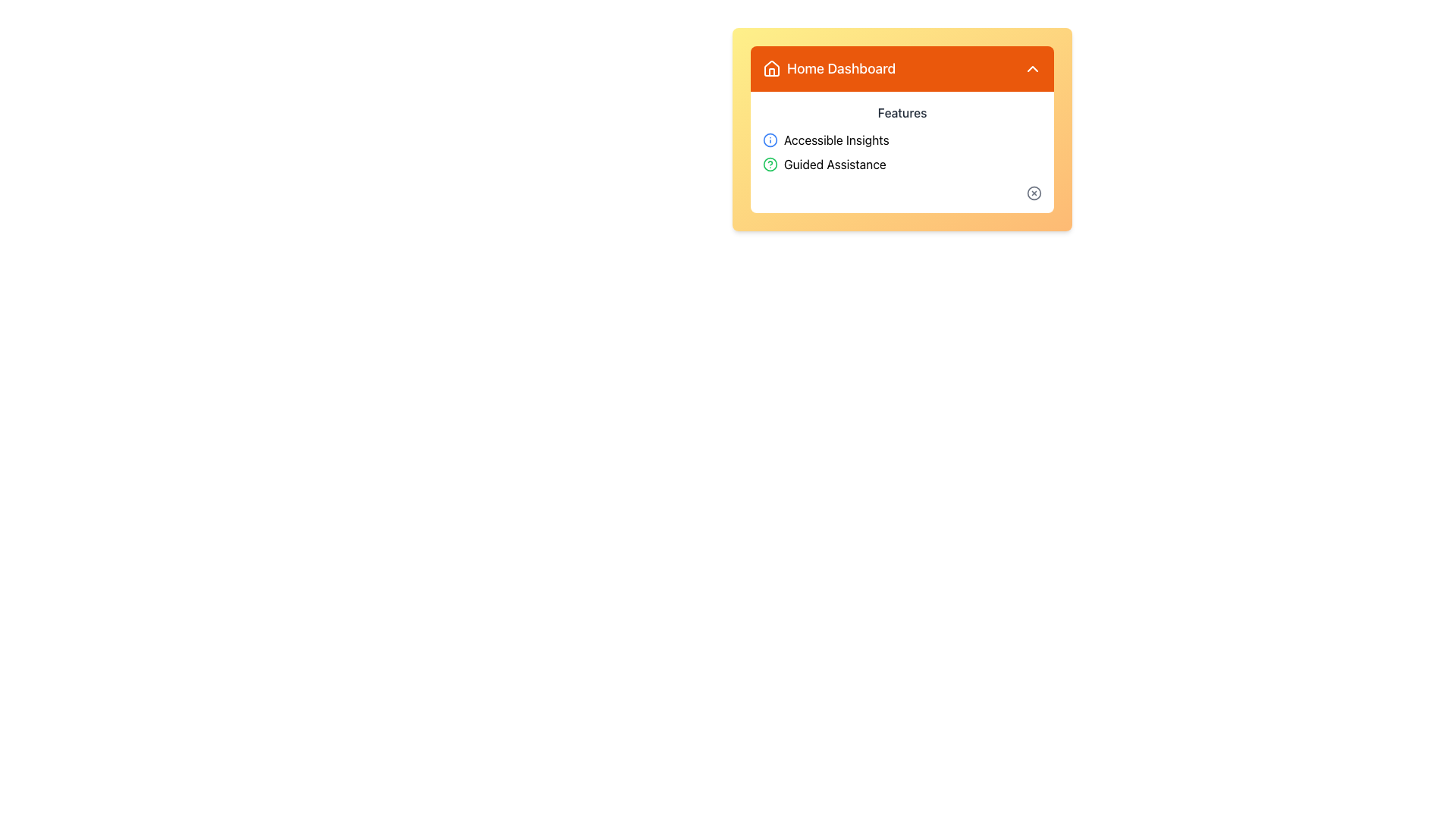 The width and height of the screenshot is (1456, 819). Describe the element at coordinates (834, 164) in the screenshot. I see `the text label 'Guided Assistance' which is the second item under the 'Features' section in the content card, indicated by a green help icon to its left` at that location.